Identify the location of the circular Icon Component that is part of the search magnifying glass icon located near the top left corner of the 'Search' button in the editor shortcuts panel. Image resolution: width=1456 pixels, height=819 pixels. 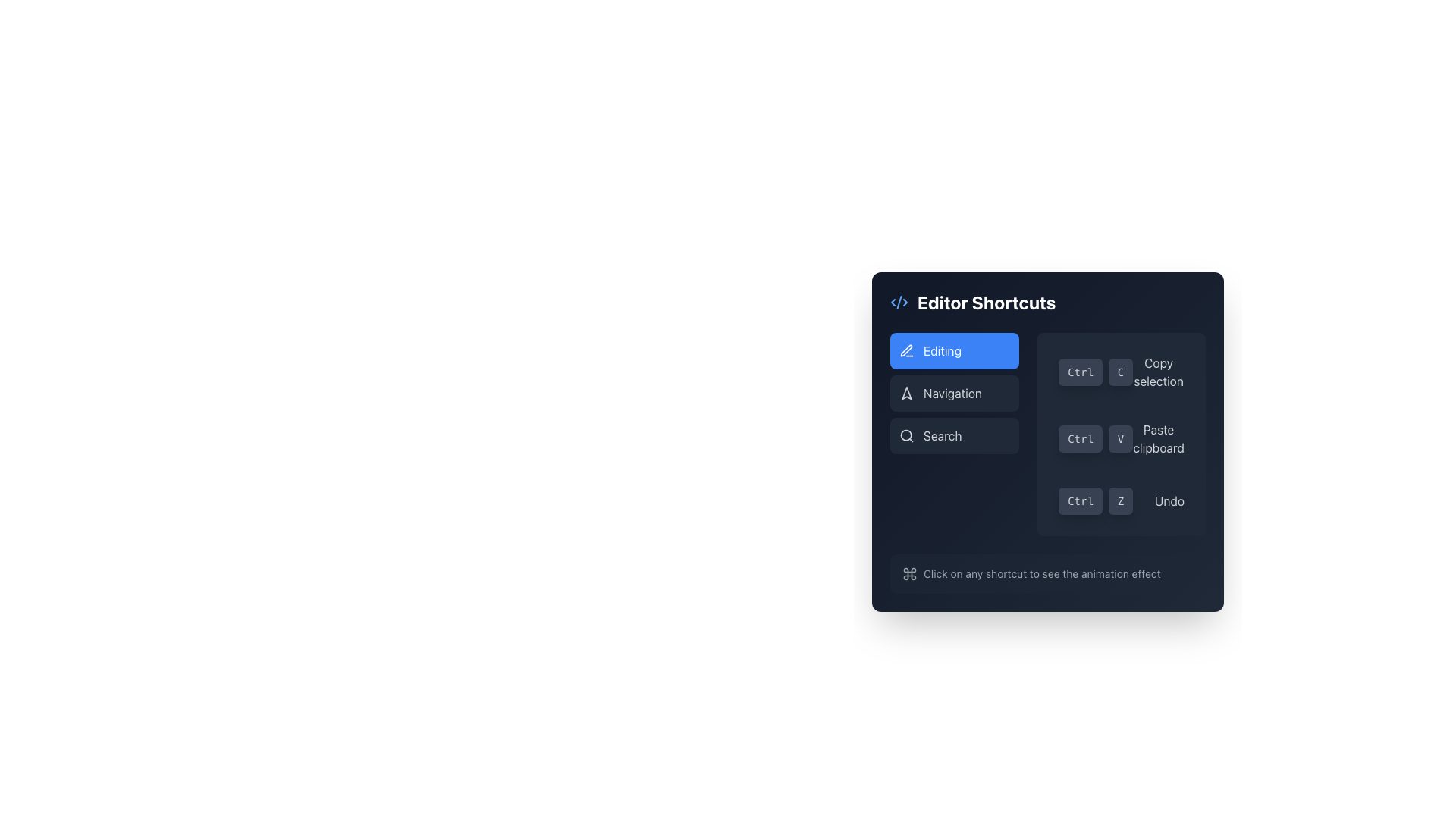
(906, 435).